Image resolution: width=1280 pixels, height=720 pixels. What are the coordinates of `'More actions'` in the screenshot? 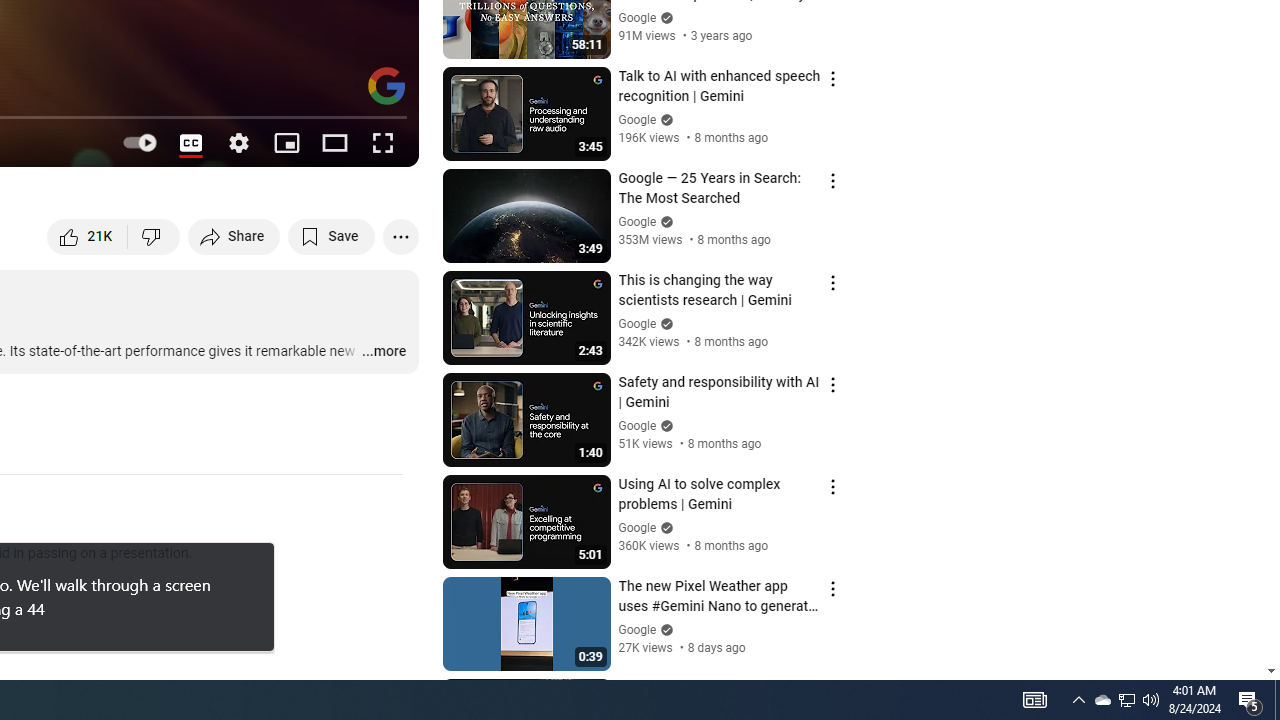 It's located at (400, 235).